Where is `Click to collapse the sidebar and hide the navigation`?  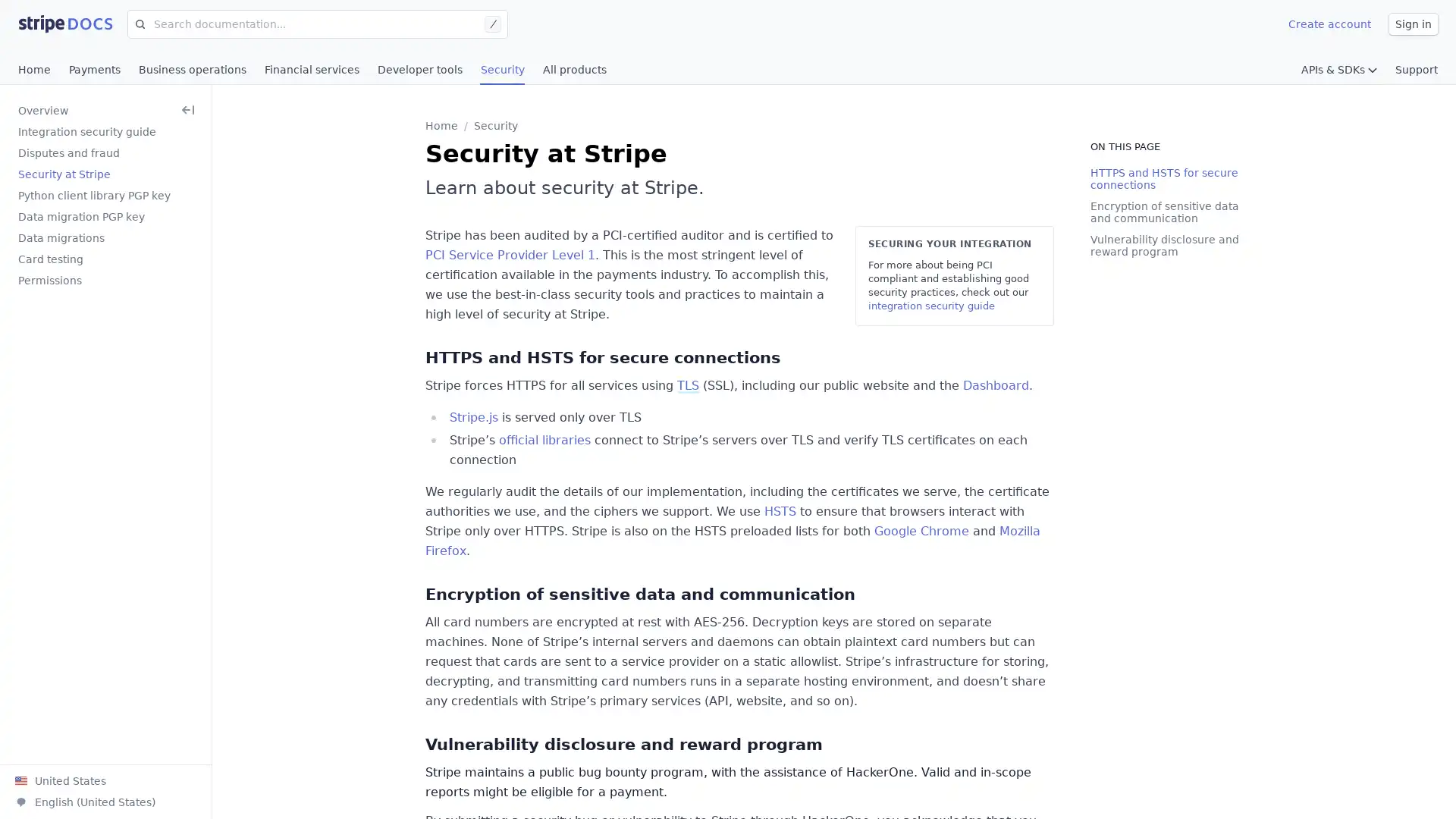
Click to collapse the sidebar and hide the navigation is located at coordinates (187, 110).